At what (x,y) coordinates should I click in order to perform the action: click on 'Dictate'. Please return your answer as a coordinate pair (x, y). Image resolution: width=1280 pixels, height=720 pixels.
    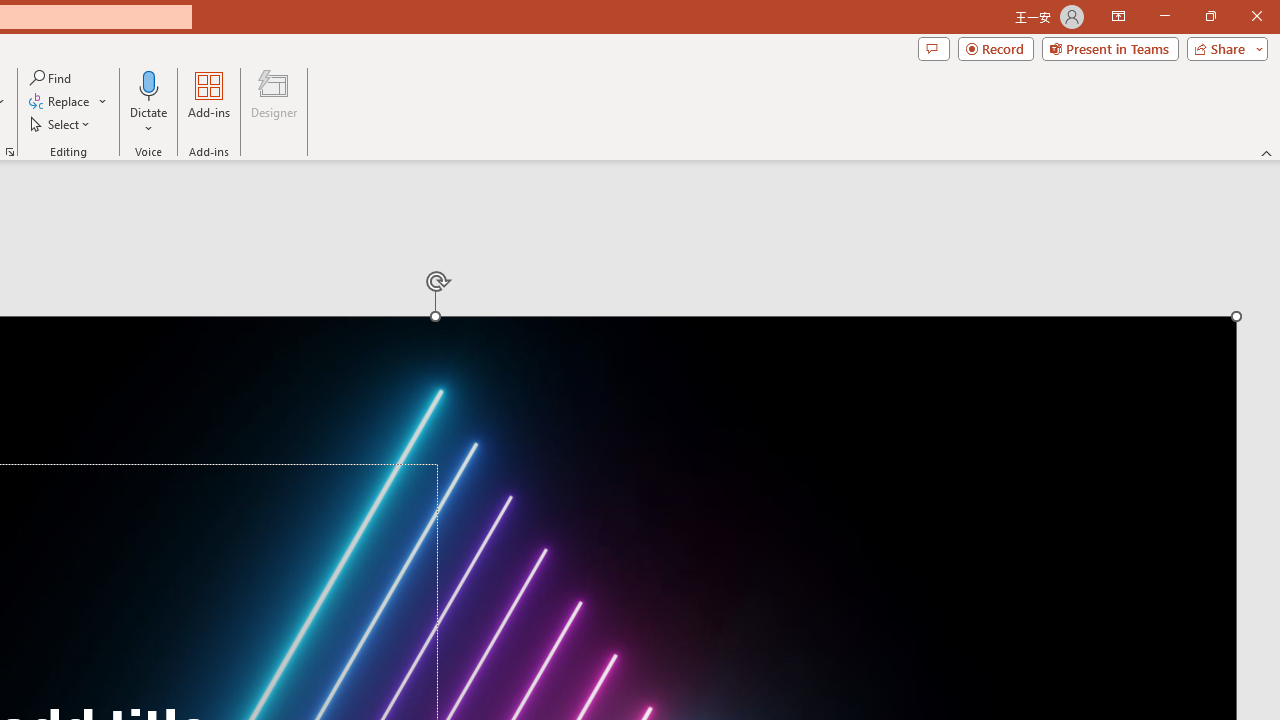
    Looking at the image, I should click on (148, 103).